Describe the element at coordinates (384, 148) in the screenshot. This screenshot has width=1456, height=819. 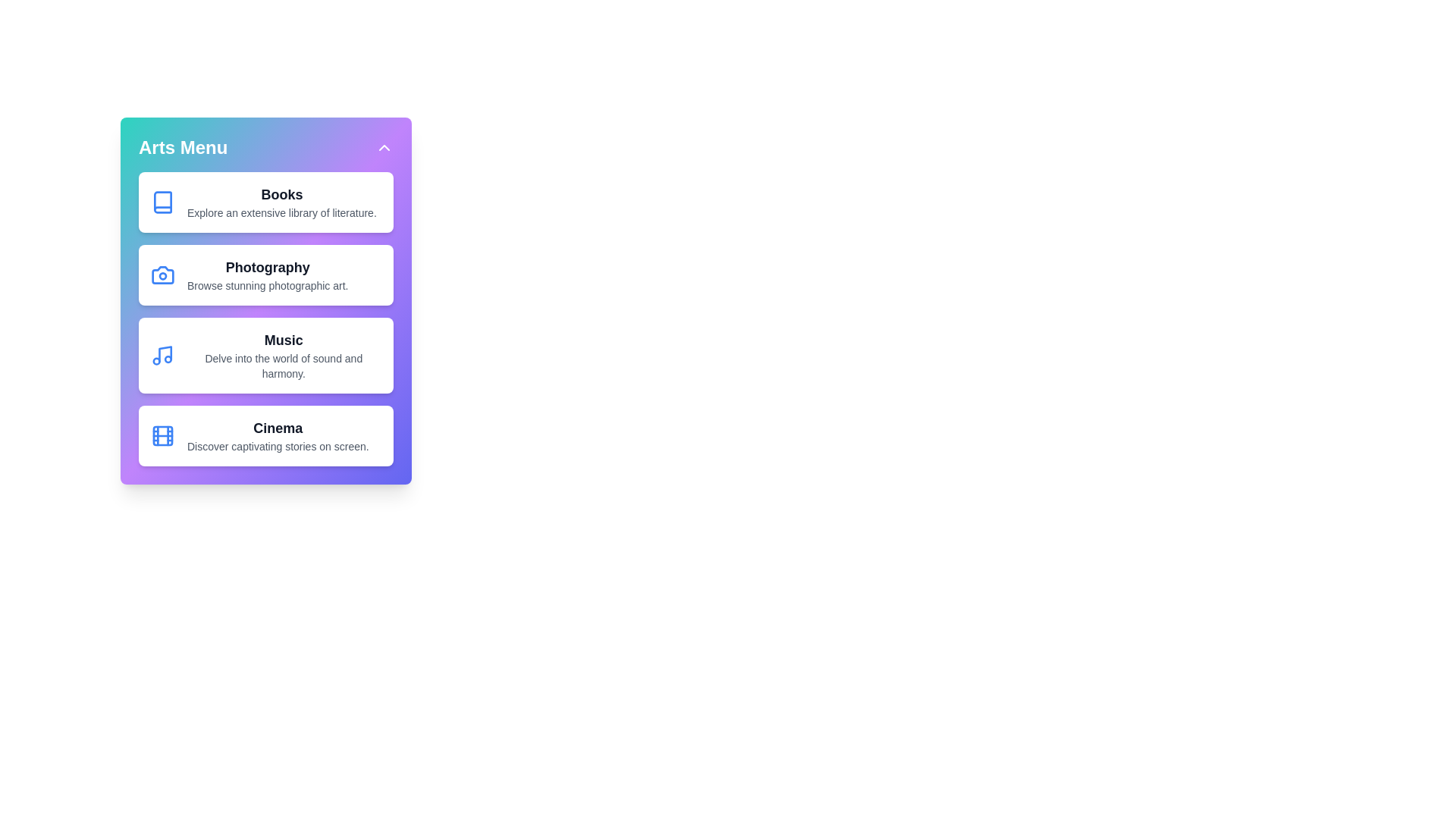
I see `toggle button to expand or collapse the menu` at that location.